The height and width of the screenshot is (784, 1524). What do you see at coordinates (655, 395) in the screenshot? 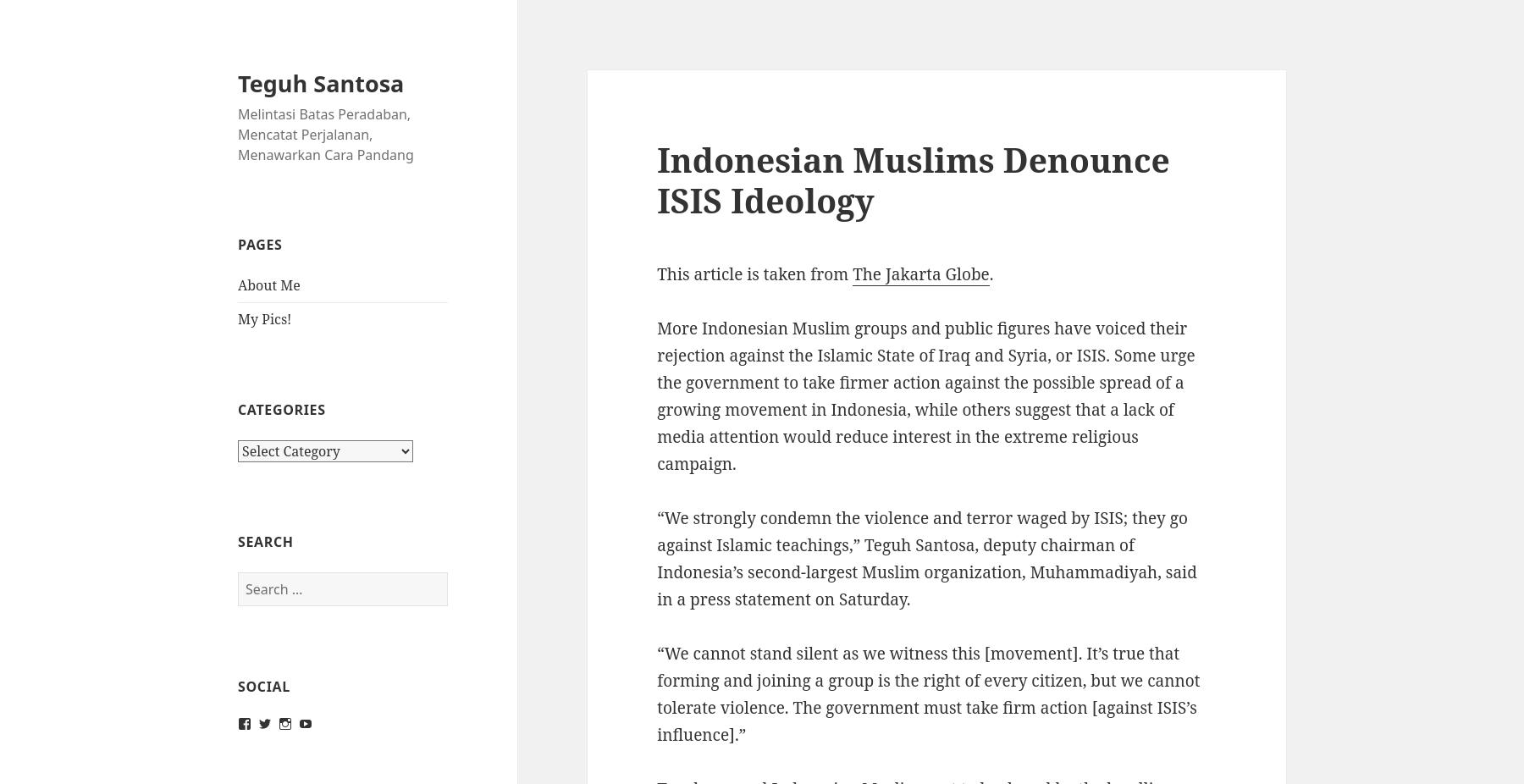
I see `'More Indonesian Muslim groups and public figures have voiced their rejection against the Islamic State of Iraq and Syria, or ISIS. Some urge the government to take firmer action against the possible spread of a growing movement in Indonesia, while others suggest that a lack of media attention would reduce interest in the extreme religious campaign.'` at bounding box center [655, 395].